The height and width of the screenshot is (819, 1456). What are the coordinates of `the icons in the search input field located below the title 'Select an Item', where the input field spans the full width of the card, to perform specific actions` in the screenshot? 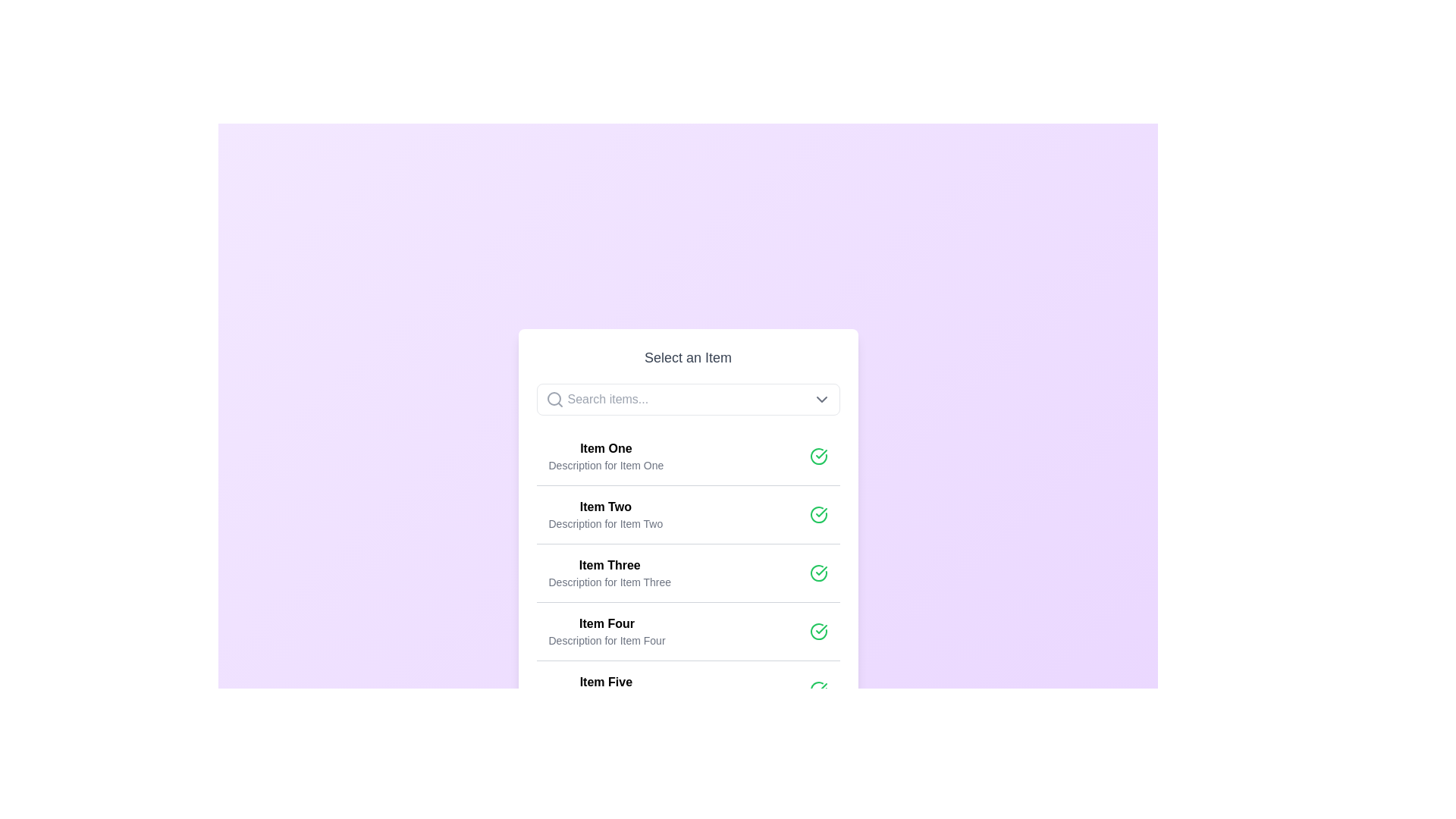 It's located at (687, 399).